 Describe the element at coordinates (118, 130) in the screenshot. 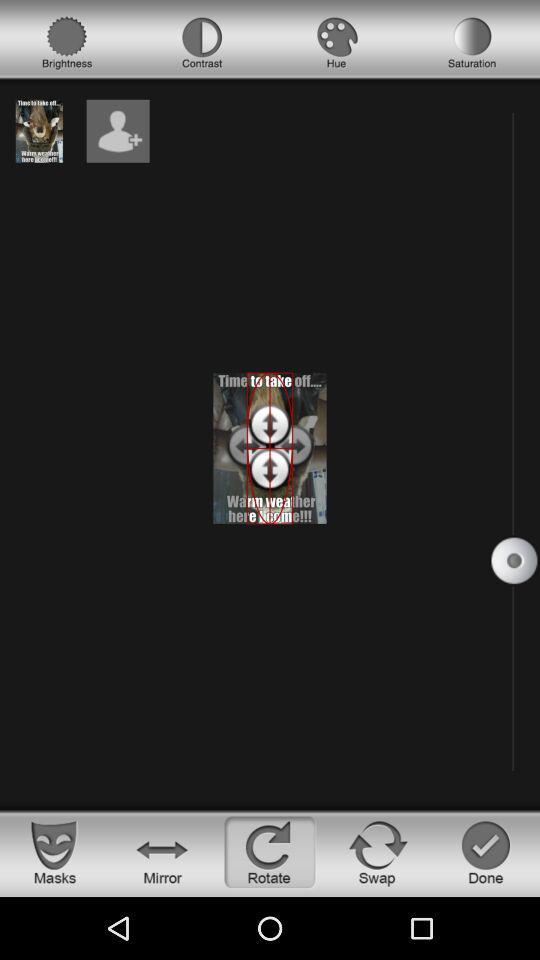

I see `the follow icon` at that location.